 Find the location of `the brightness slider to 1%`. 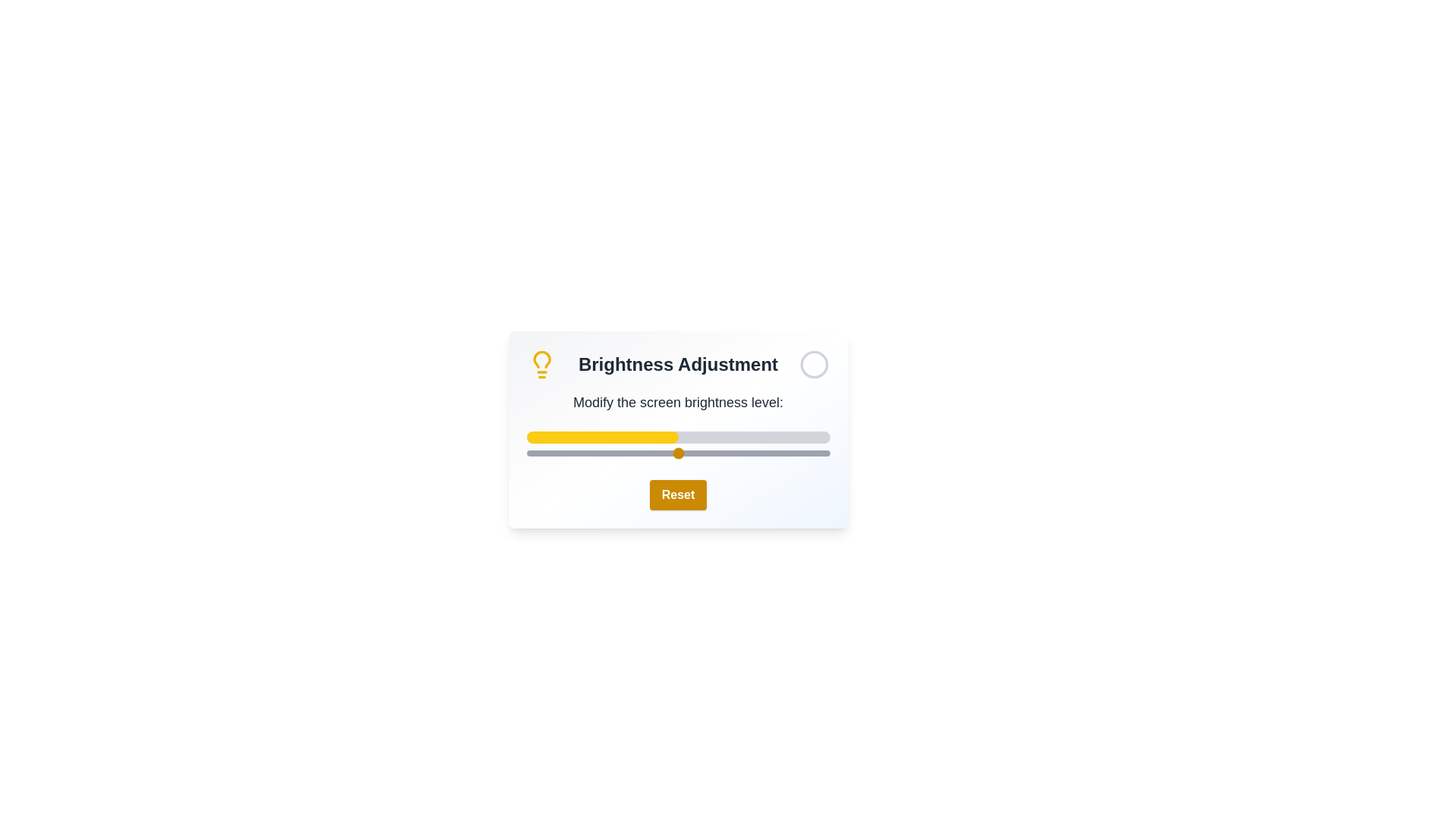

the brightness slider to 1% is located at coordinates (529, 452).